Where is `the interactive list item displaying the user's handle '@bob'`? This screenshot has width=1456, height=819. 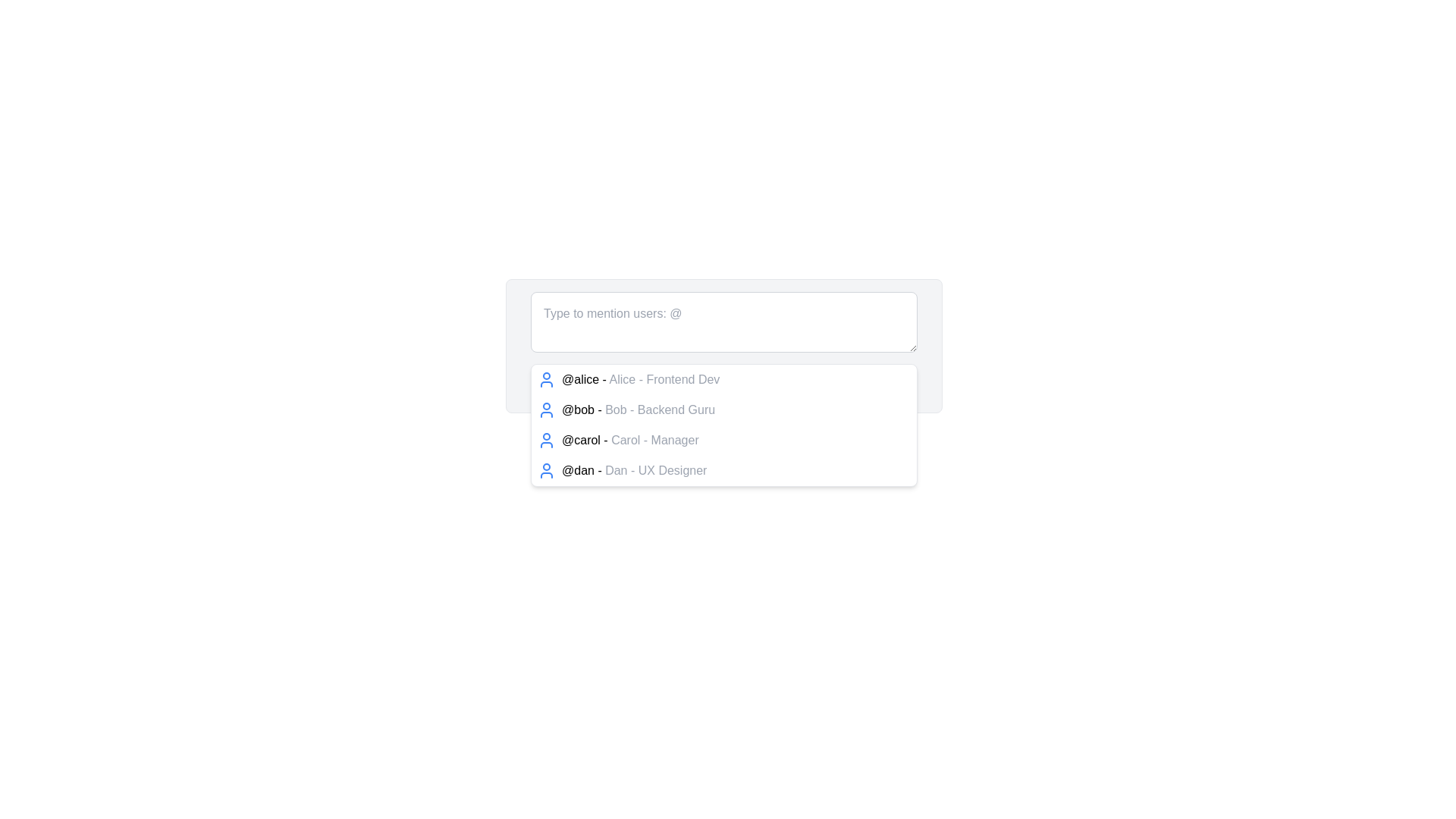
the interactive list item displaying the user's handle '@bob' is located at coordinates (723, 409).